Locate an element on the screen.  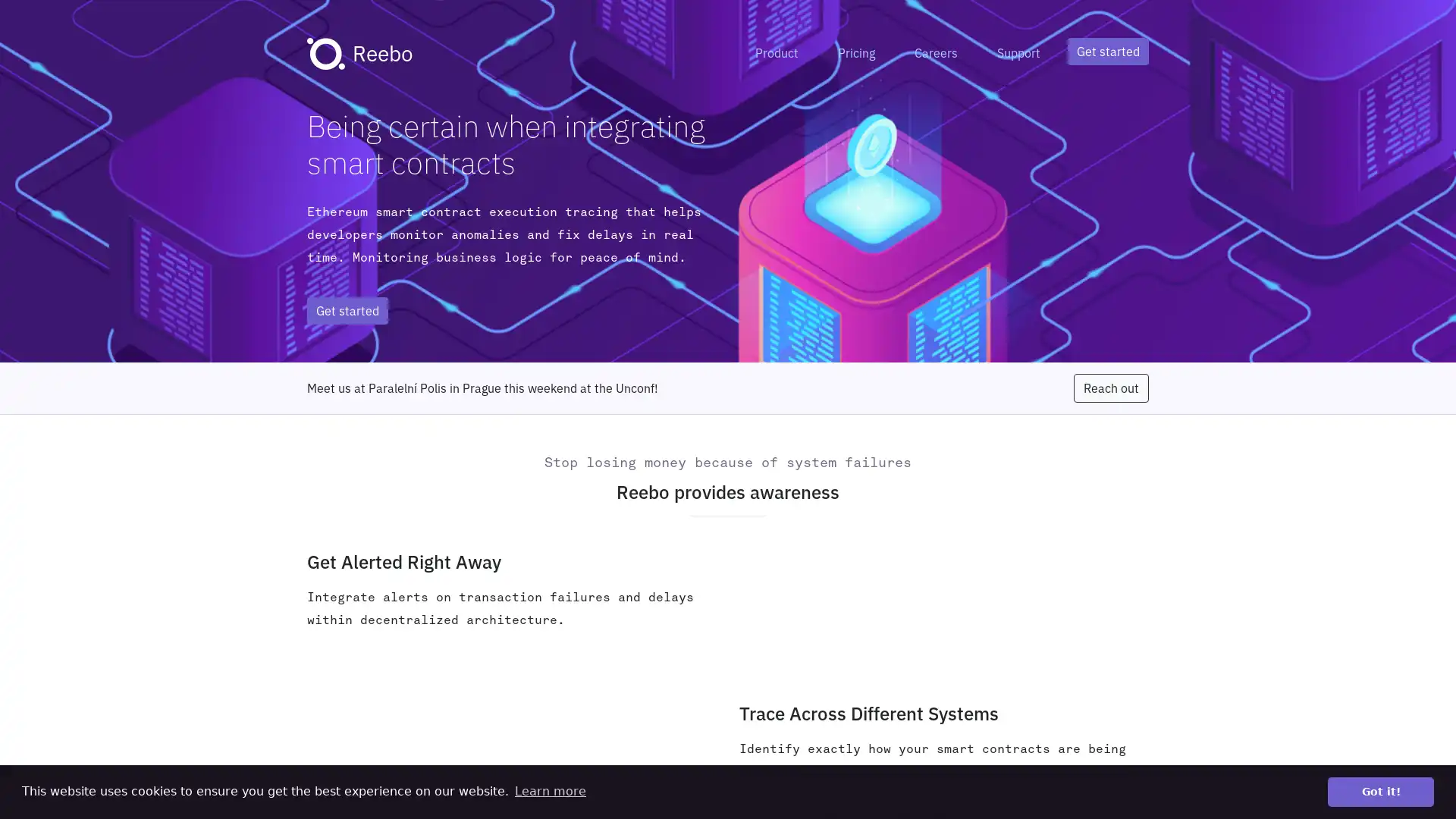
learn more about cookies is located at coordinates (549, 791).